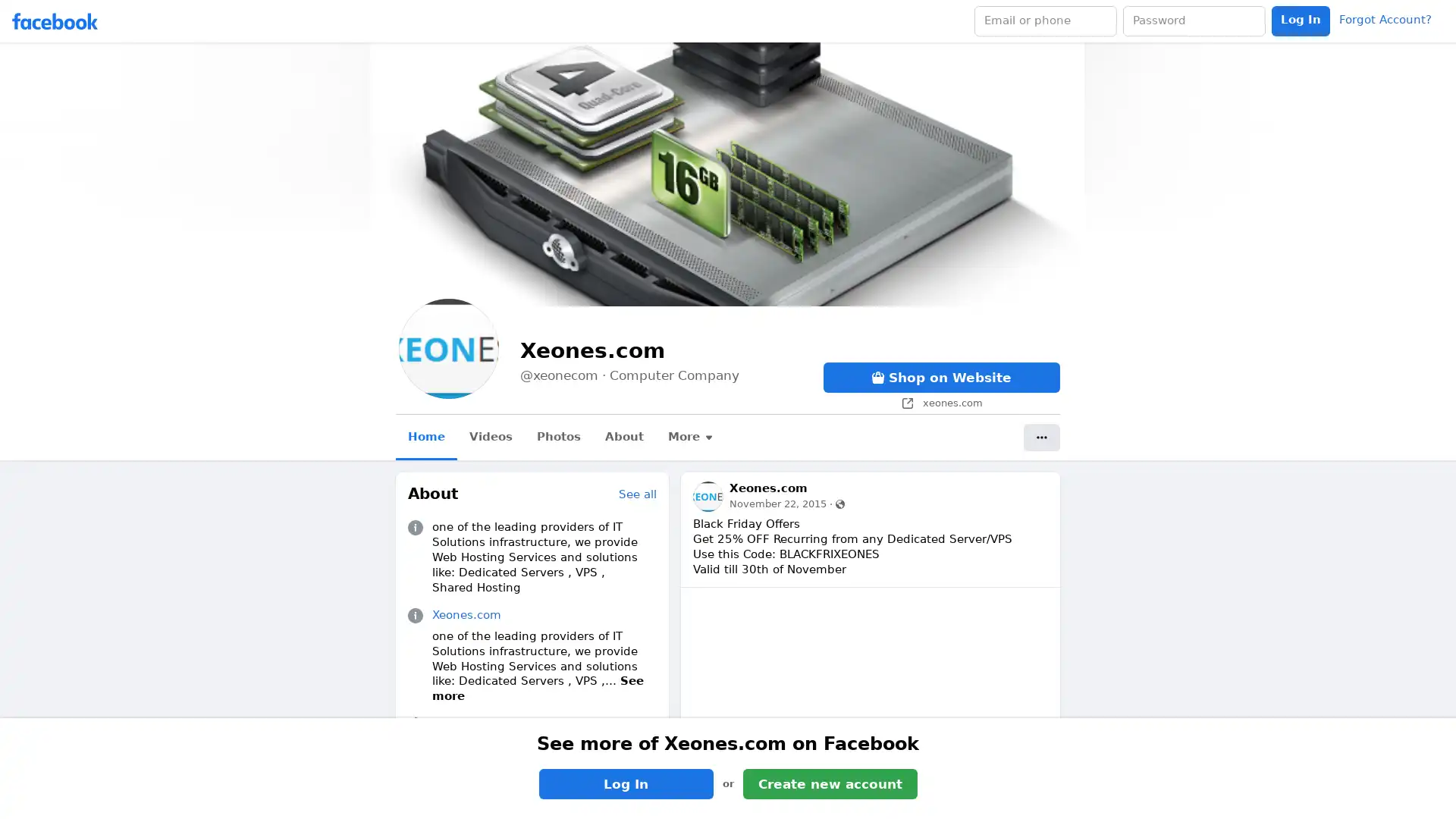  I want to click on Accessible login button, so click(1300, 20).